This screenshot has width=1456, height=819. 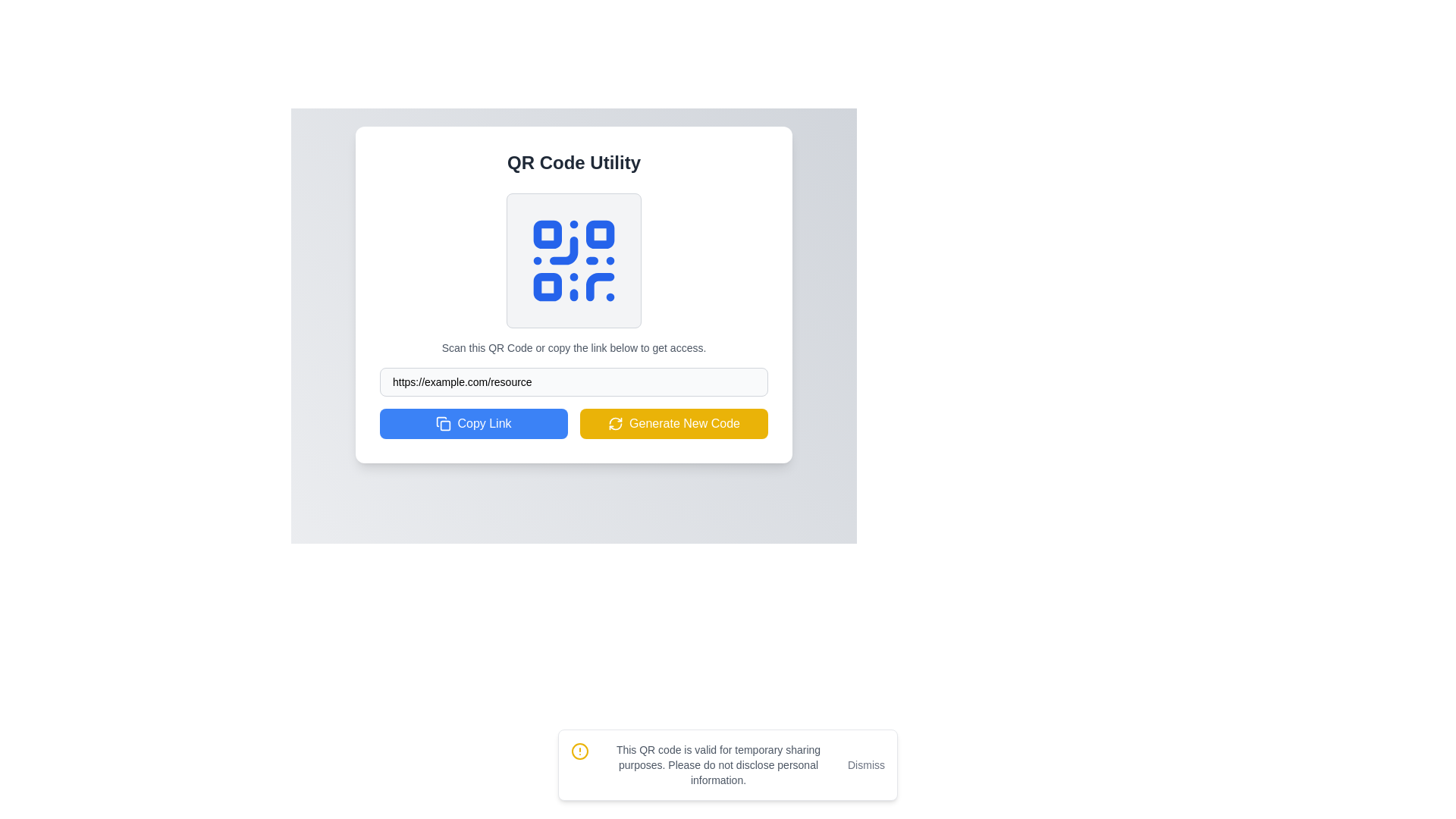 What do you see at coordinates (573, 163) in the screenshot?
I see `the 'QR Code Utility' text label, which is styled prominently as a title` at bounding box center [573, 163].